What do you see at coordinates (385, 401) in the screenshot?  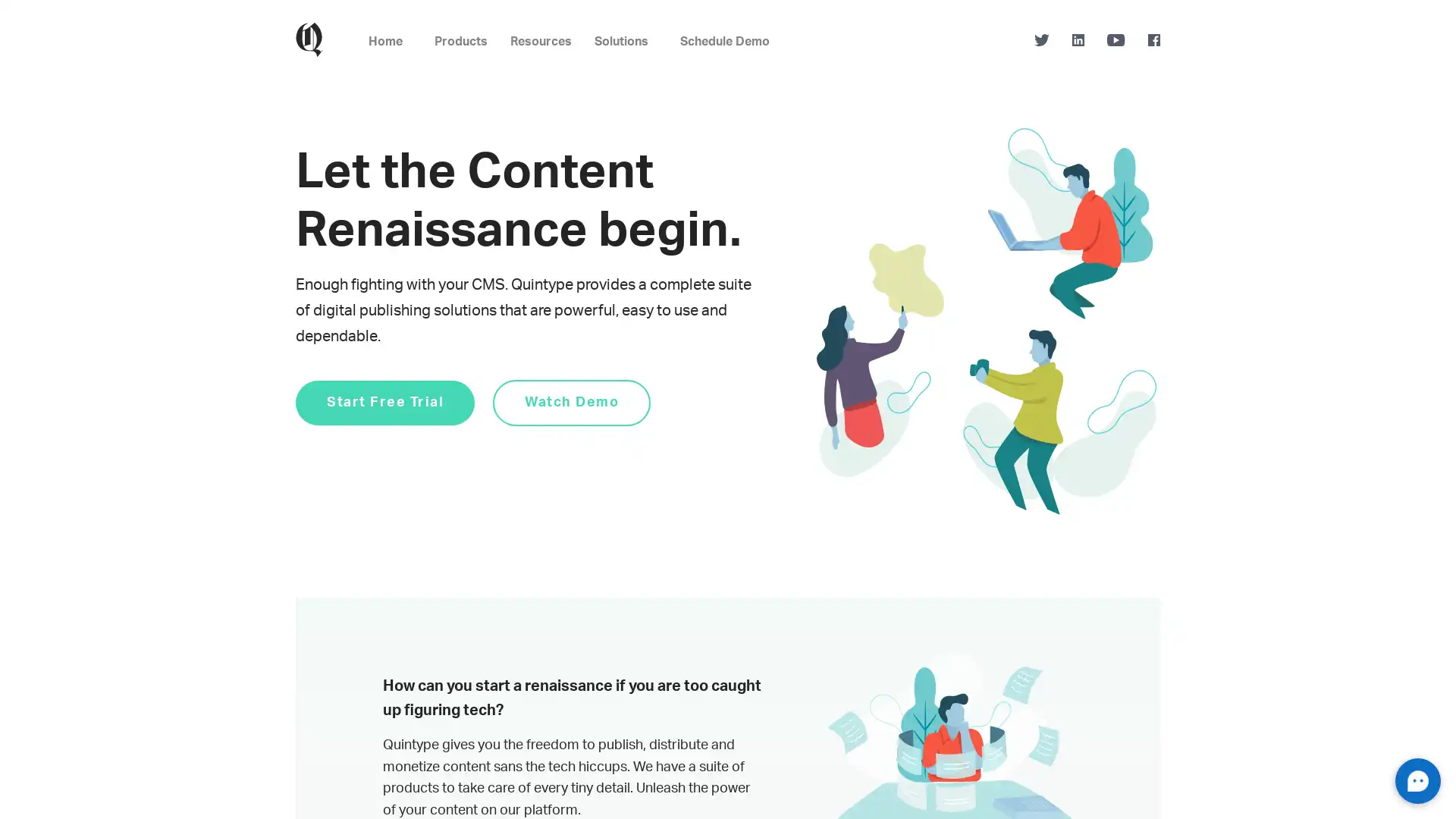 I see `Start Free Trial` at bounding box center [385, 401].